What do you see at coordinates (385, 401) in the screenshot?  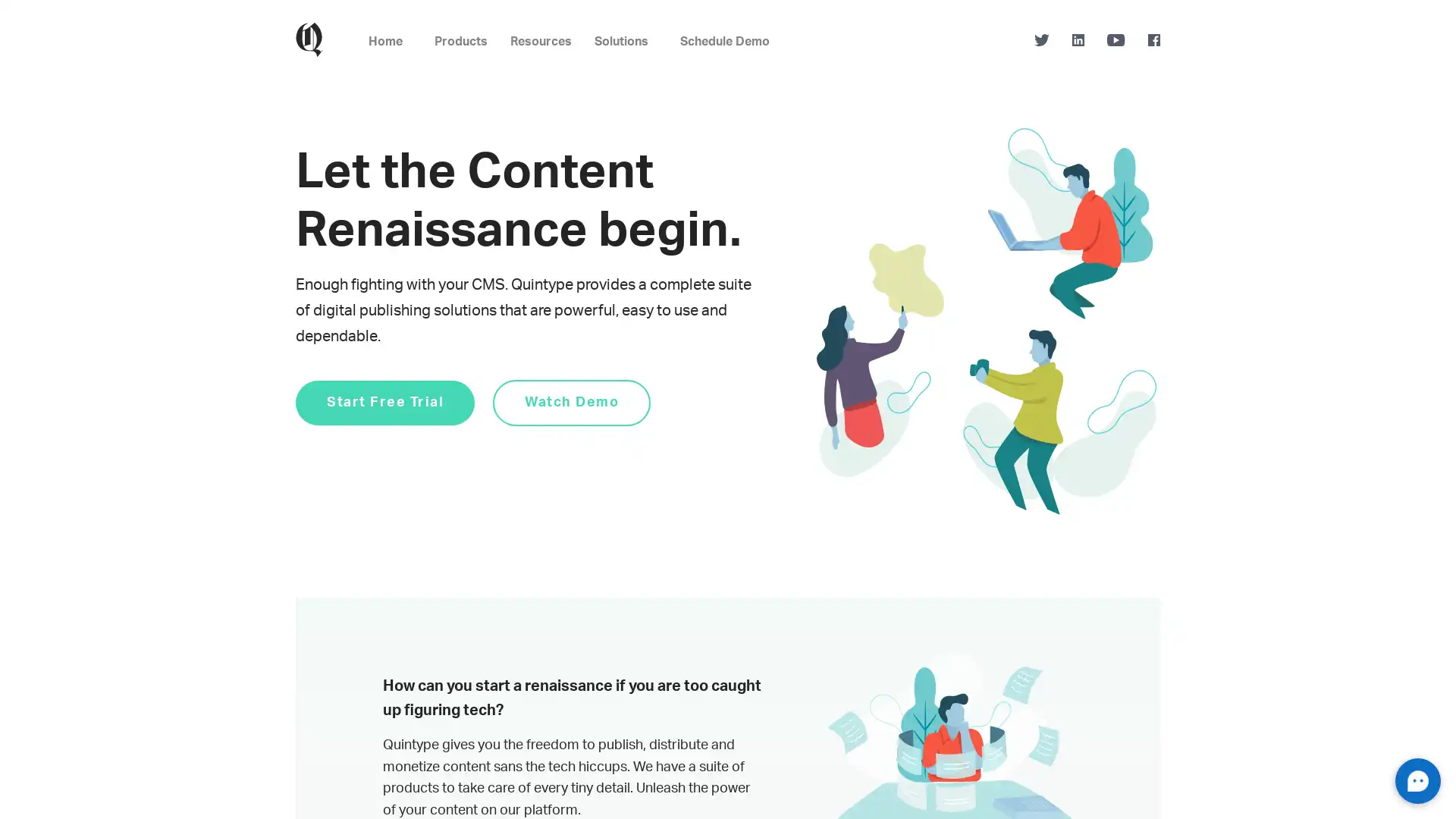 I see `Start Free Trial` at bounding box center [385, 401].